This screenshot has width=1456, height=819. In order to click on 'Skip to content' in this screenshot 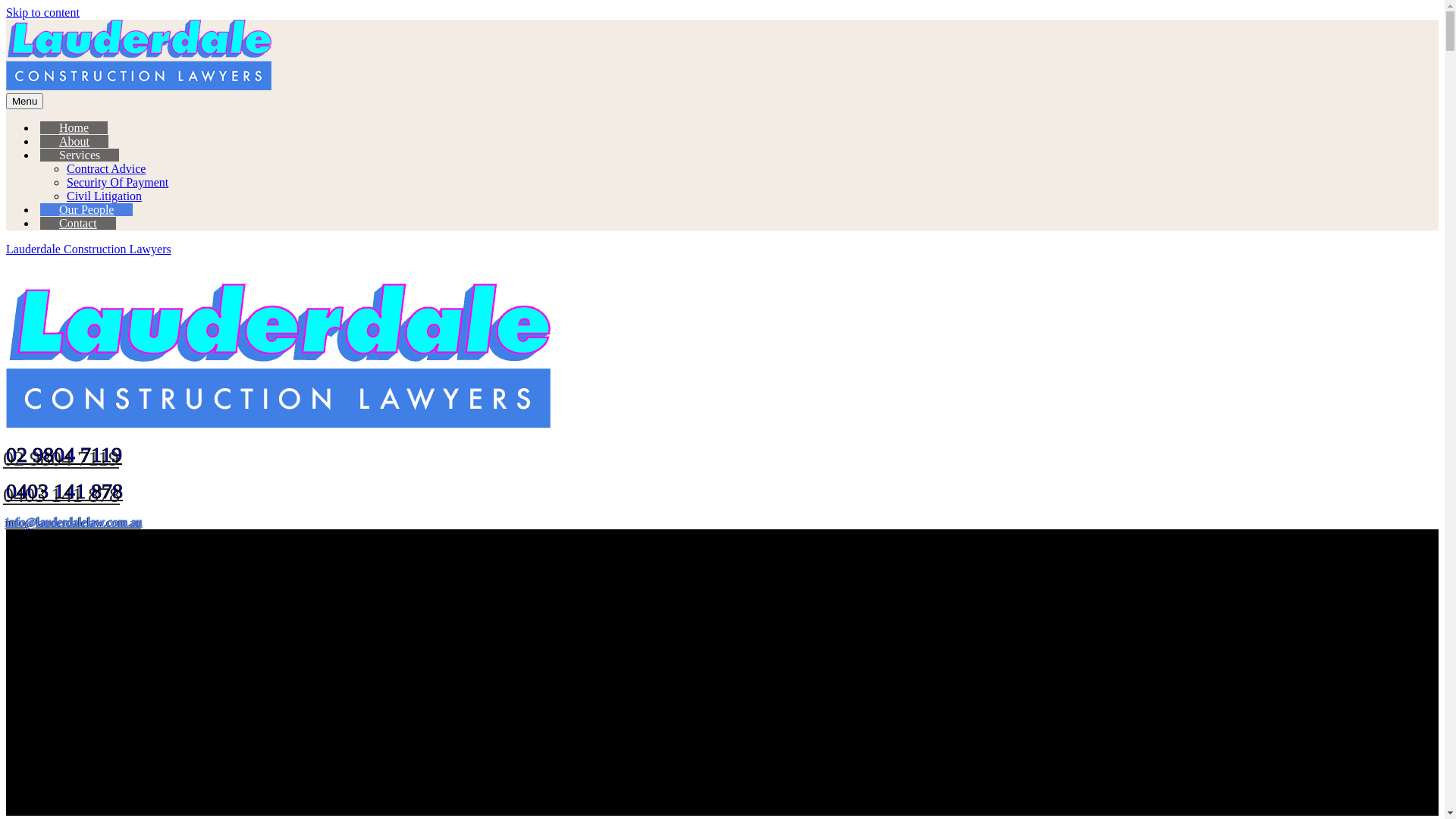, I will do `click(42, 12)`.